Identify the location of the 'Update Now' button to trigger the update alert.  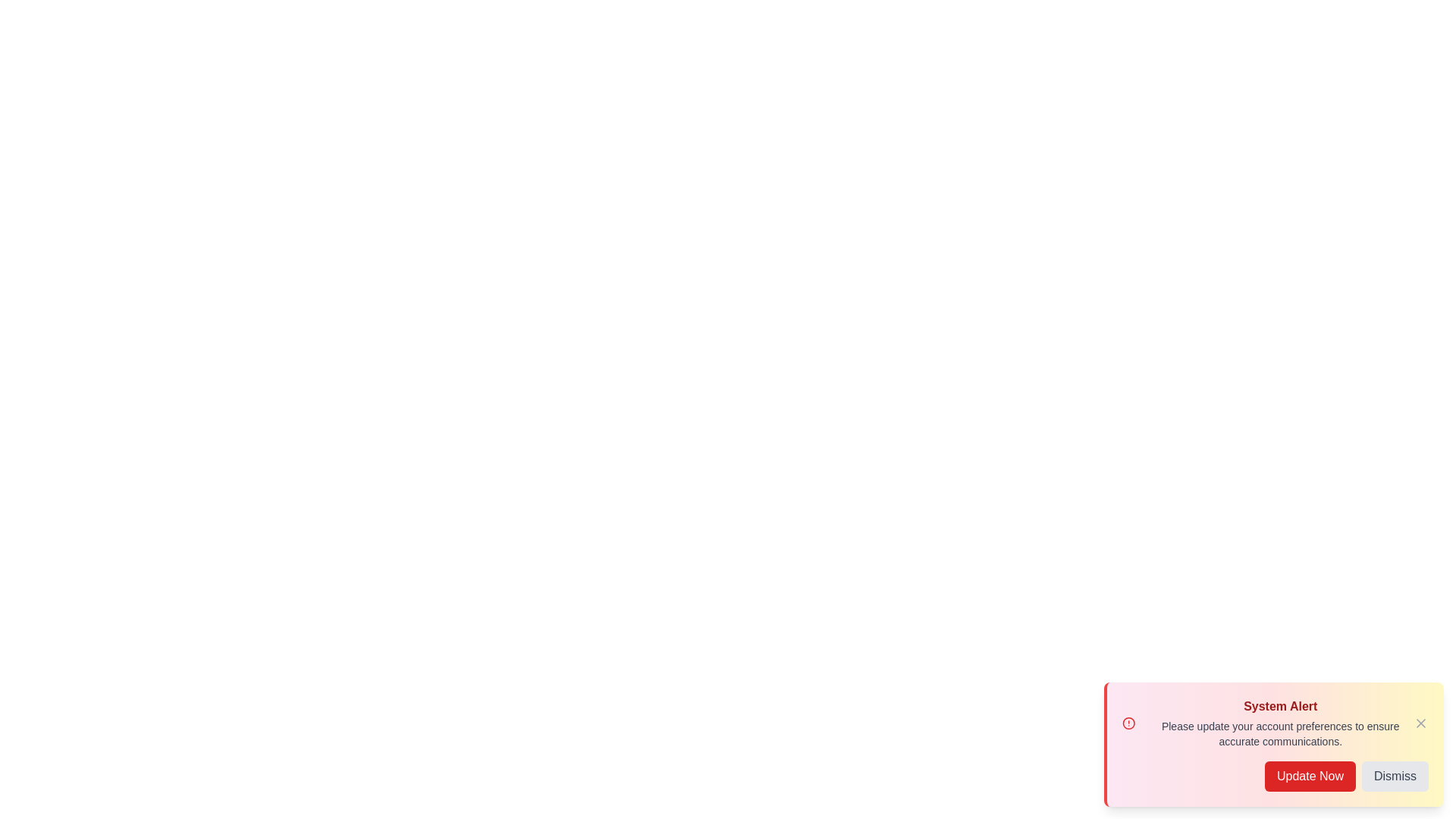
(1310, 776).